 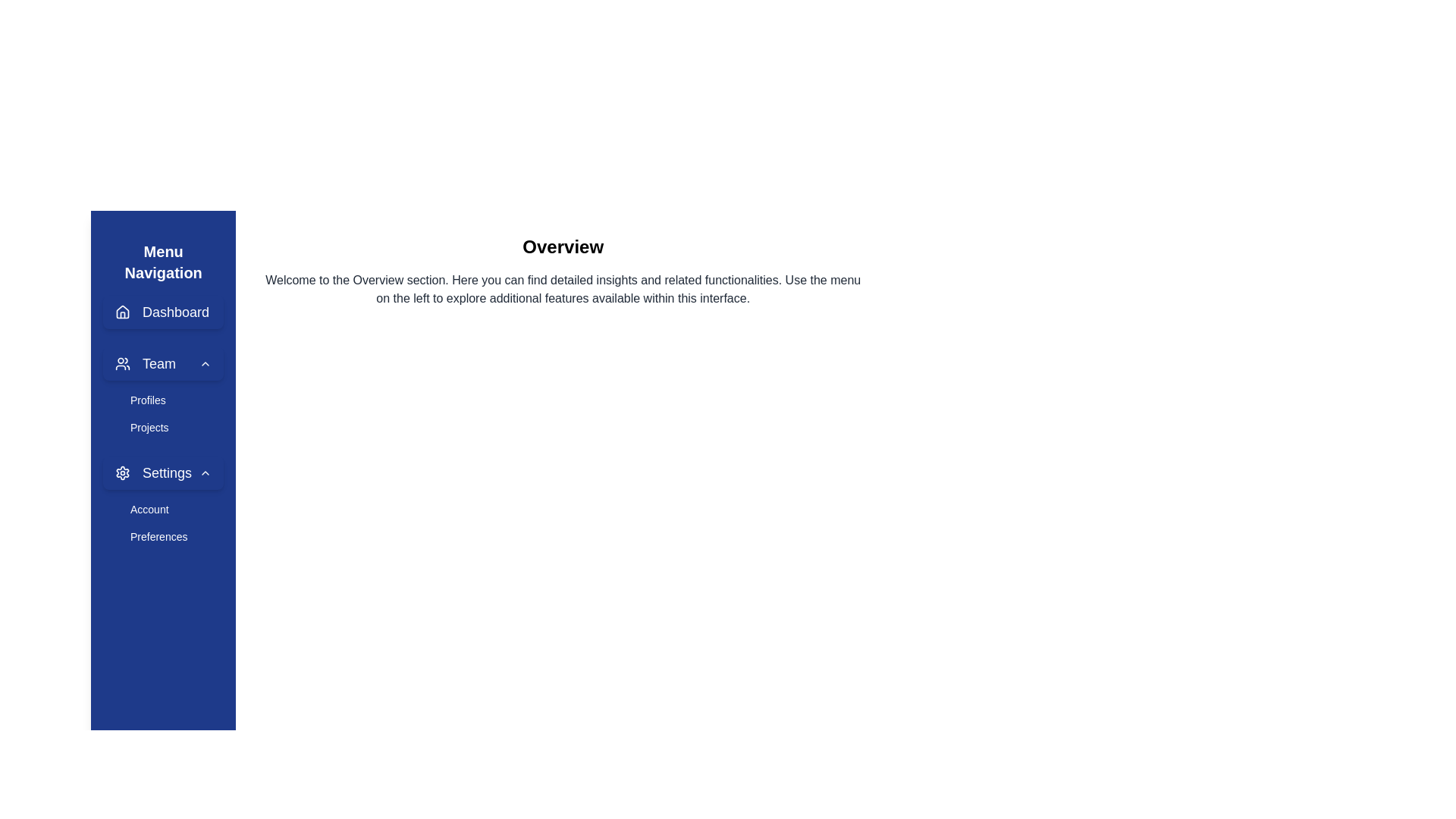 I want to click on the navigational menu item in the sidebar that links to 'Profiles', located under the 'Team' section, so click(x=172, y=400).